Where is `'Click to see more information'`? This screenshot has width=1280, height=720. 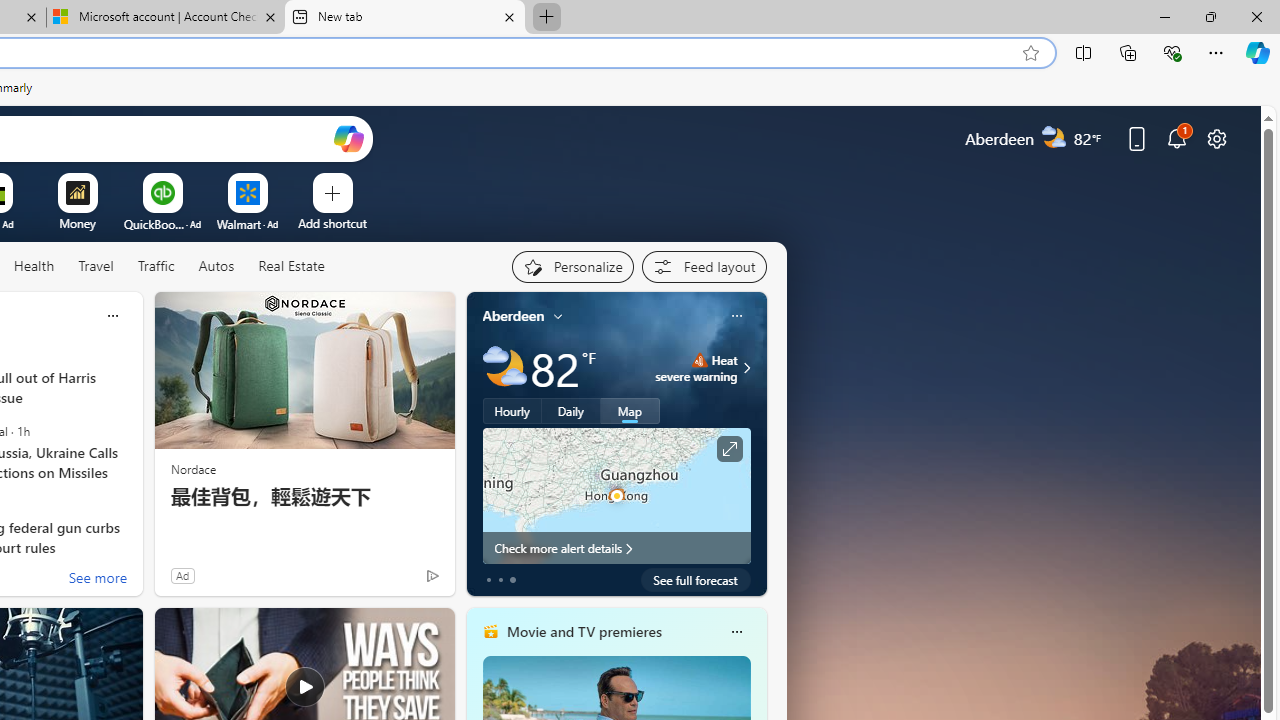 'Click to see more information' is located at coordinates (727, 448).